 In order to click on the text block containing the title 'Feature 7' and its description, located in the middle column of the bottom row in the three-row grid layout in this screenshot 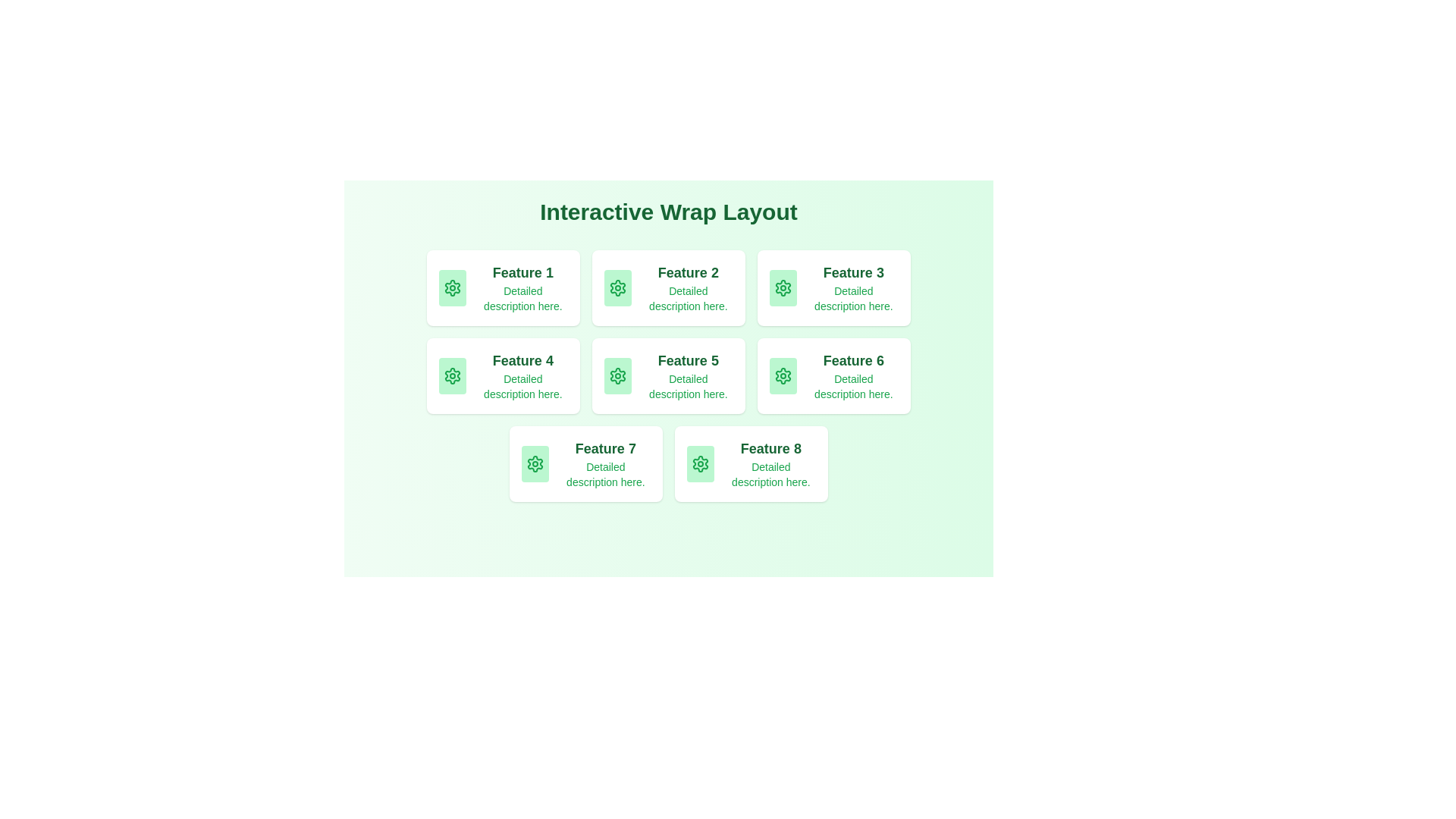, I will do `click(604, 463)`.